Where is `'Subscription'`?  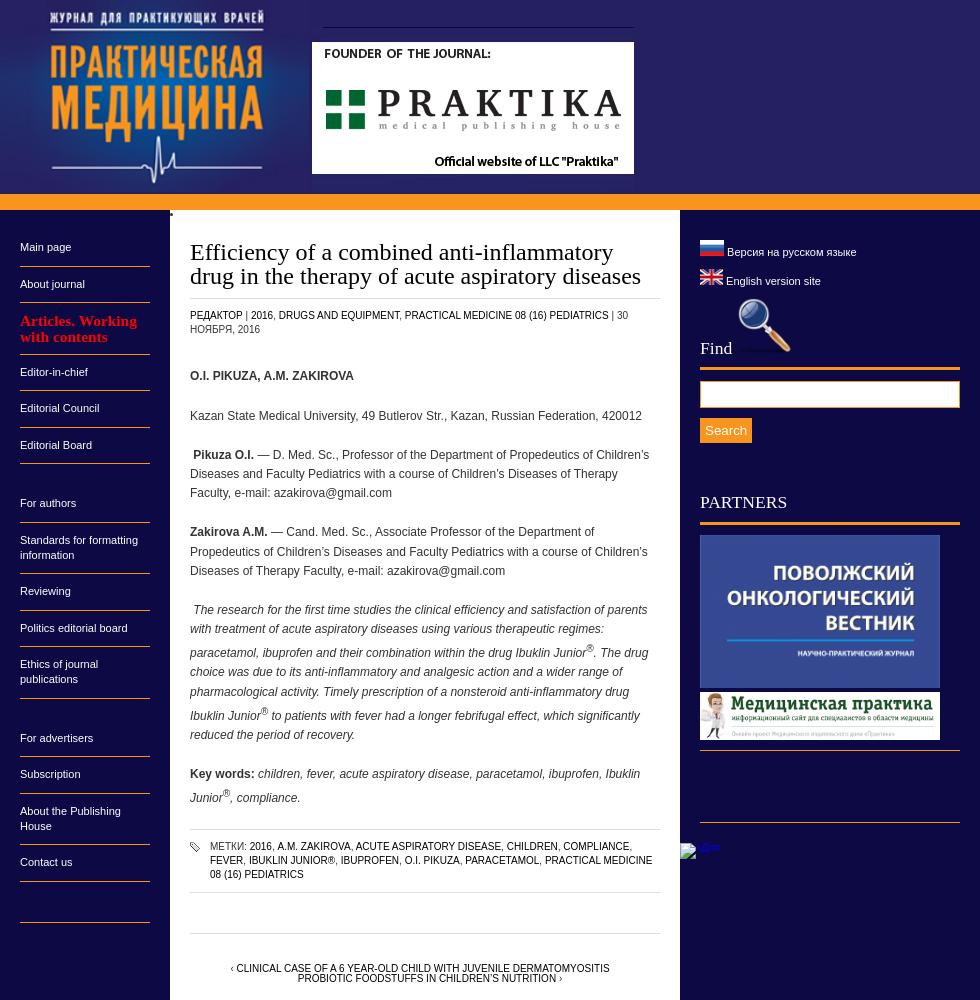
'Subscription' is located at coordinates (49, 774).